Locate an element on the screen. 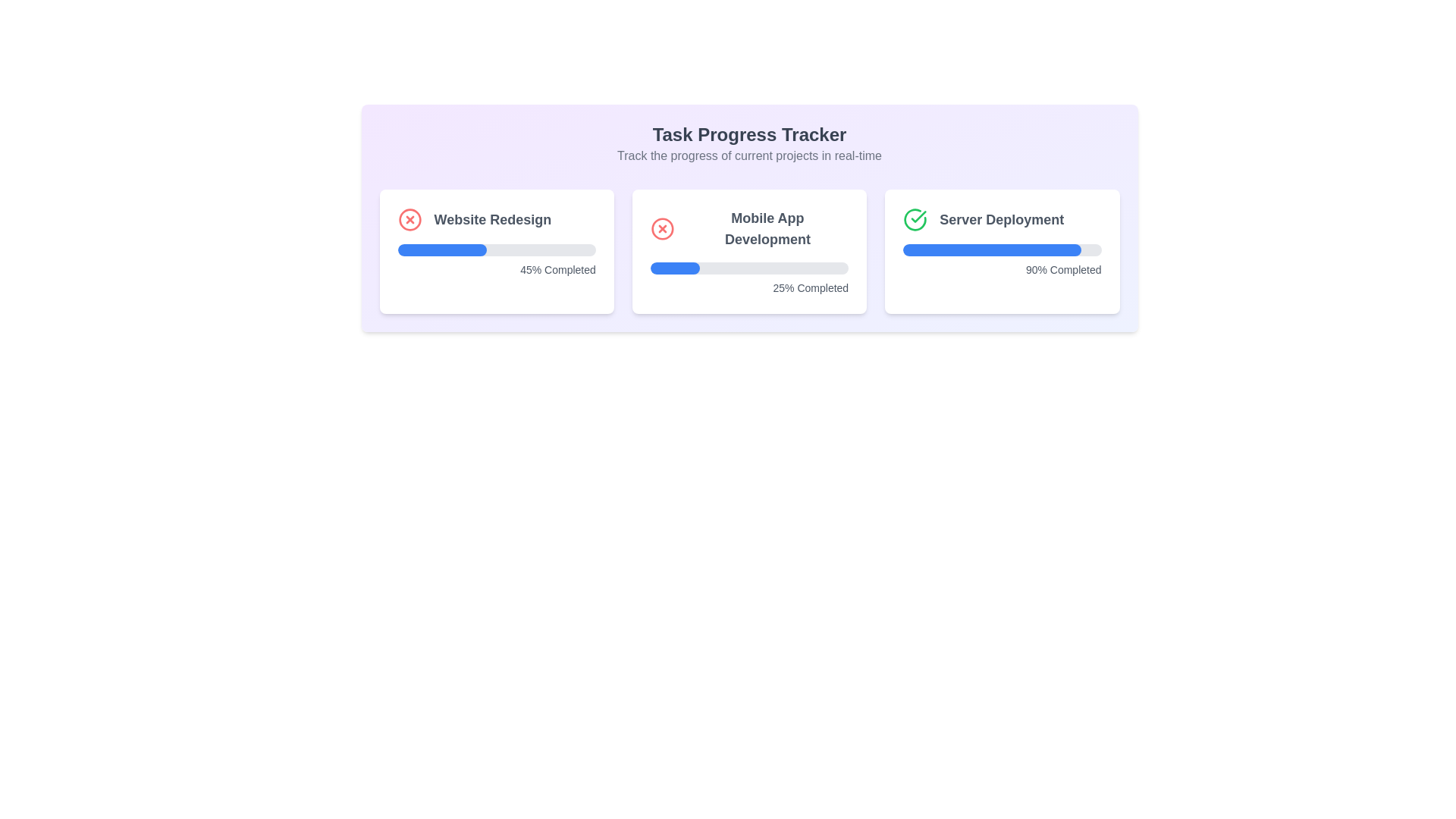 The height and width of the screenshot is (819, 1456). text label indicating 'Server Deployment', which is positioned at the top of the card and is adjacent to a progress bar showing '90% Completed' is located at coordinates (1002, 219).